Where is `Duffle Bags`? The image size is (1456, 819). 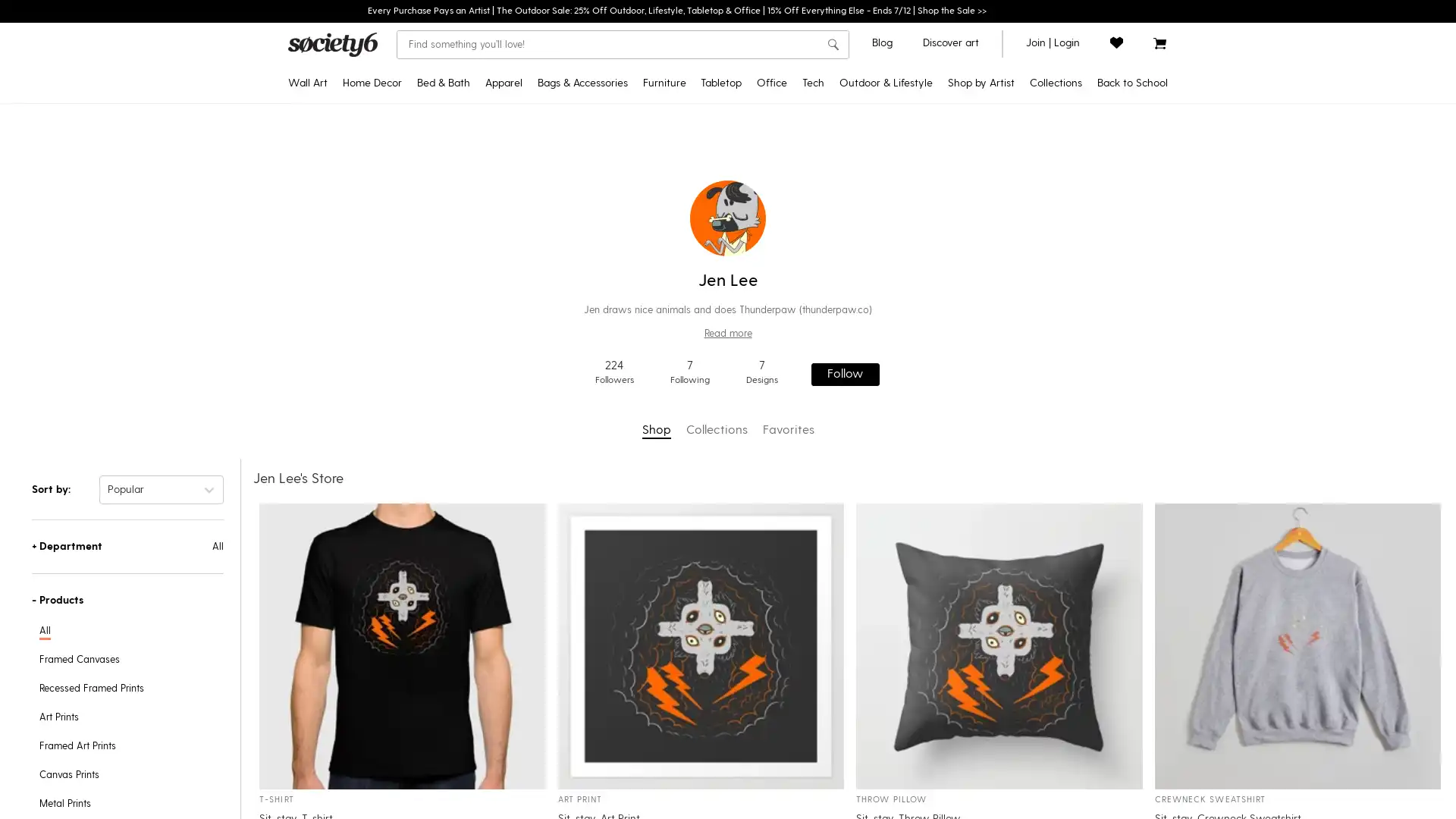 Duffle Bags is located at coordinates (592, 194).